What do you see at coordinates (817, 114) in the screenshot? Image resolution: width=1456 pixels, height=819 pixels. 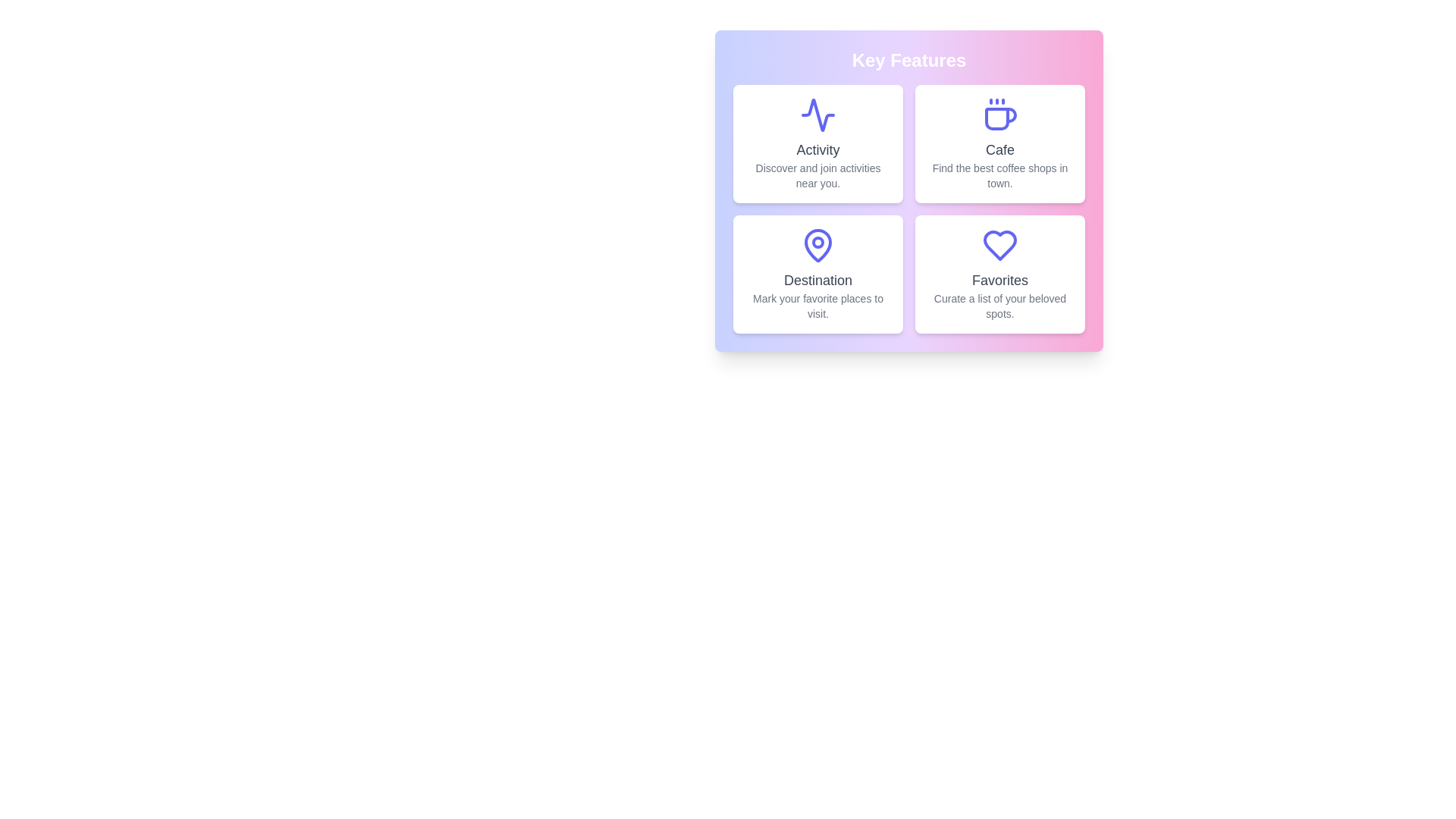 I see `the Activity icon to interact with the corresponding feature` at bounding box center [817, 114].